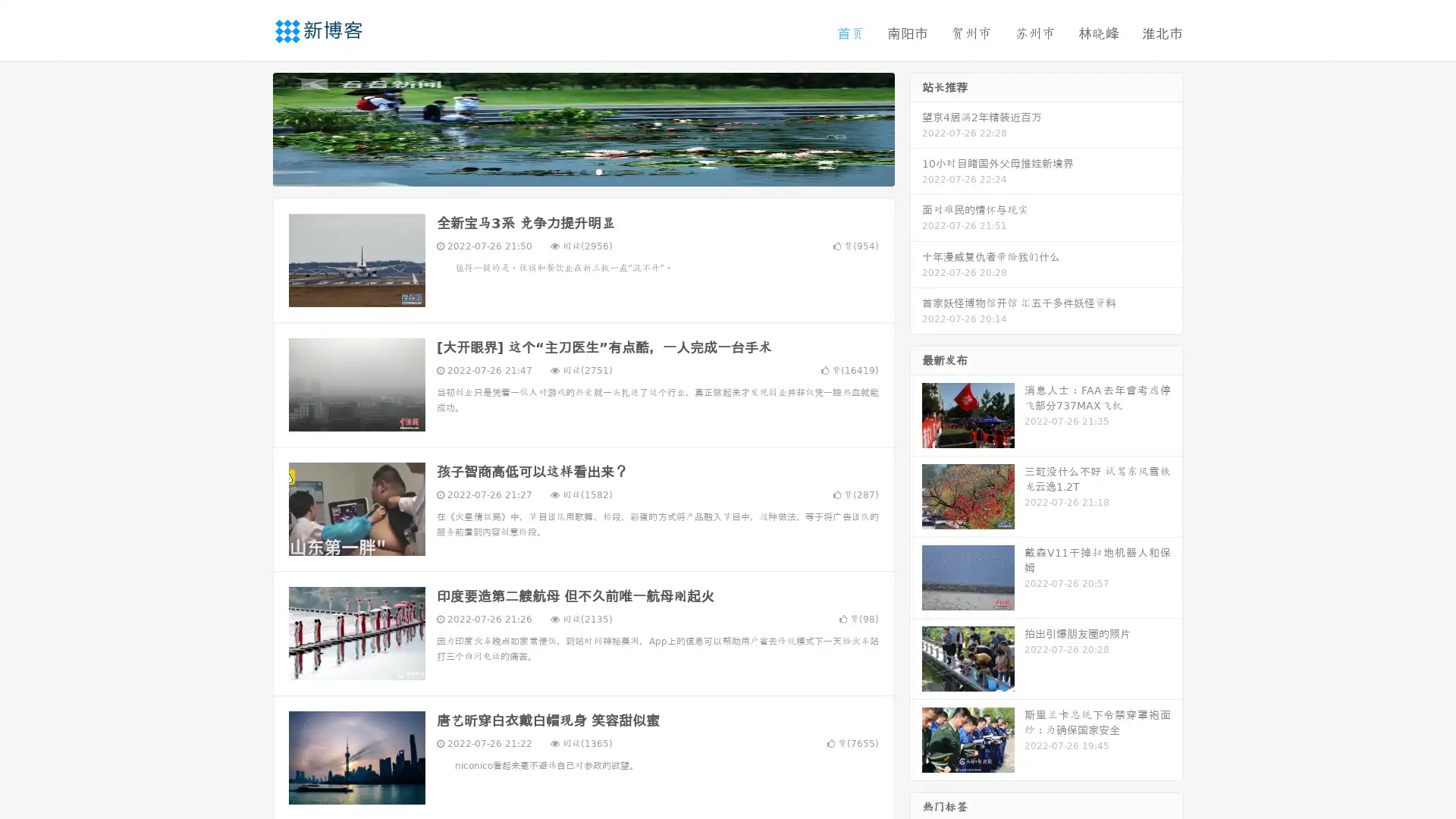  What do you see at coordinates (916, 127) in the screenshot?
I see `Next slide` at bounding box center [916, 127].